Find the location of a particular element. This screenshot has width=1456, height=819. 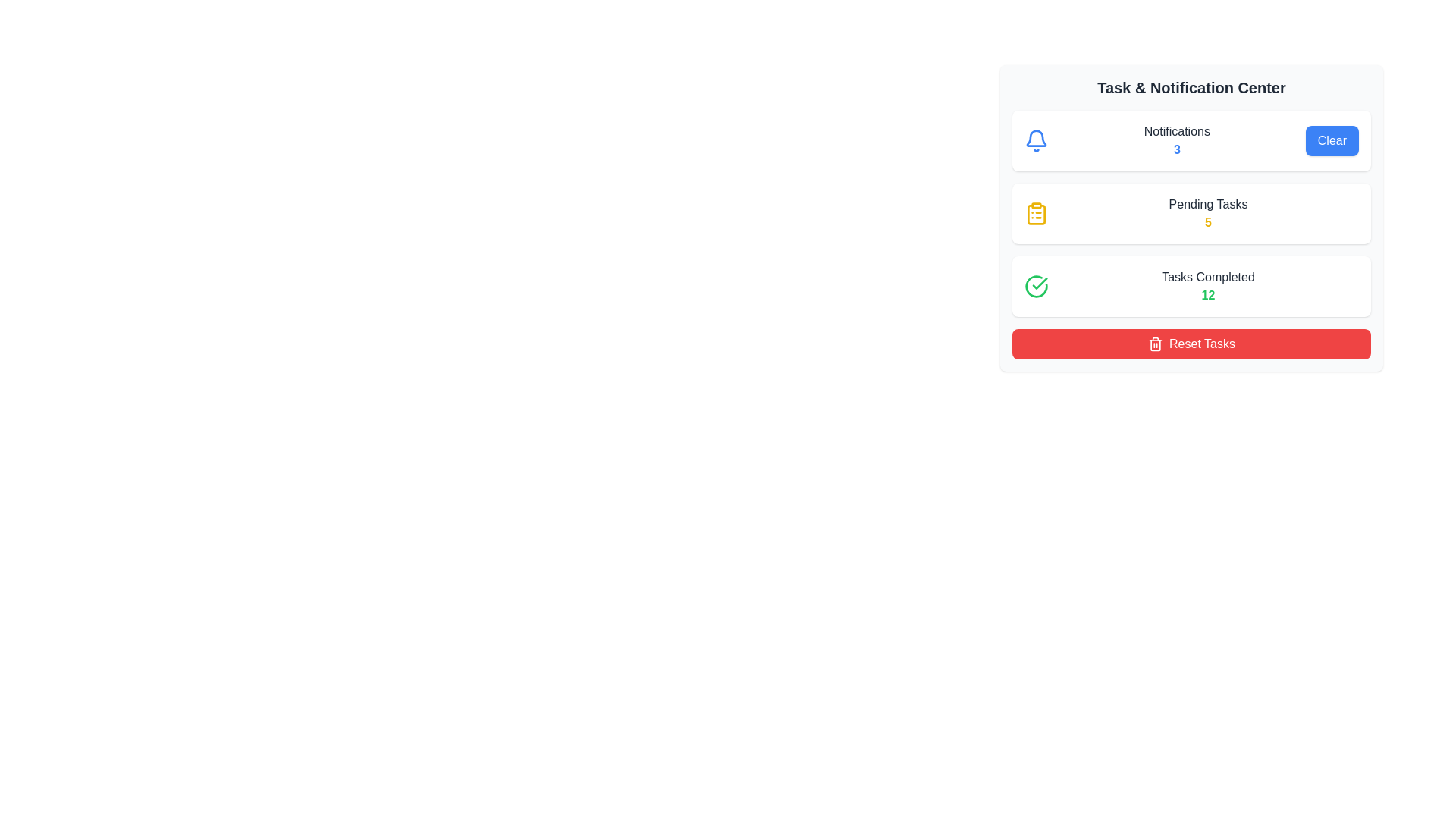

the Information Display Card that shows the number of completed tasks, indicated by the number '12' in green-bold styled text, which is the third card in the 'Task & Notification Center' is located at coordinates (1191, 287).